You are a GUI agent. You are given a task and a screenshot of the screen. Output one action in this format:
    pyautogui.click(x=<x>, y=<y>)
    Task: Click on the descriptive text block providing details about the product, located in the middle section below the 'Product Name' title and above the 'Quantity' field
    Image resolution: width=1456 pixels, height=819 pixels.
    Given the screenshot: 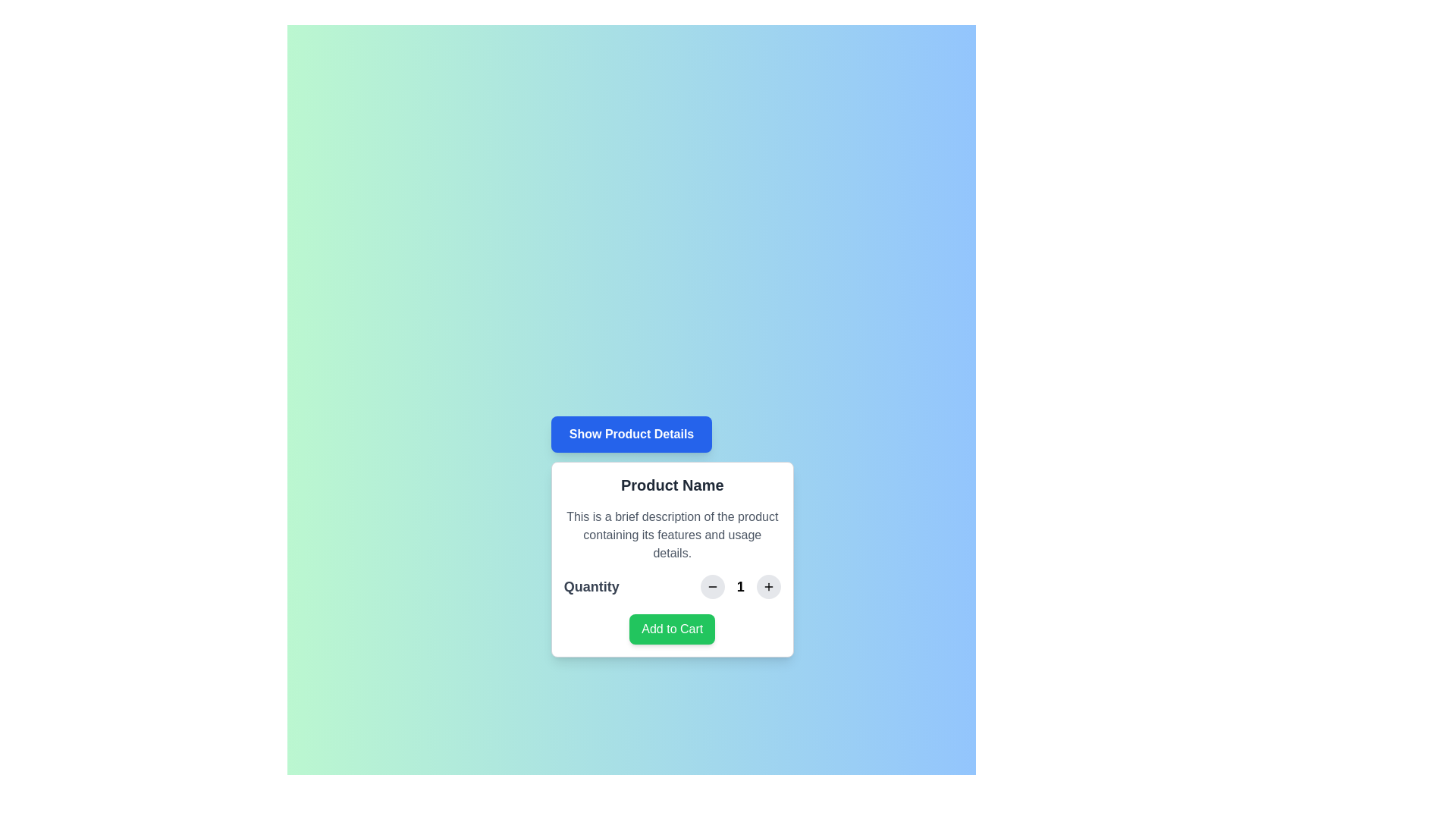 What is the action you would take?
    pyautogui.click(x=671, y=534)
    